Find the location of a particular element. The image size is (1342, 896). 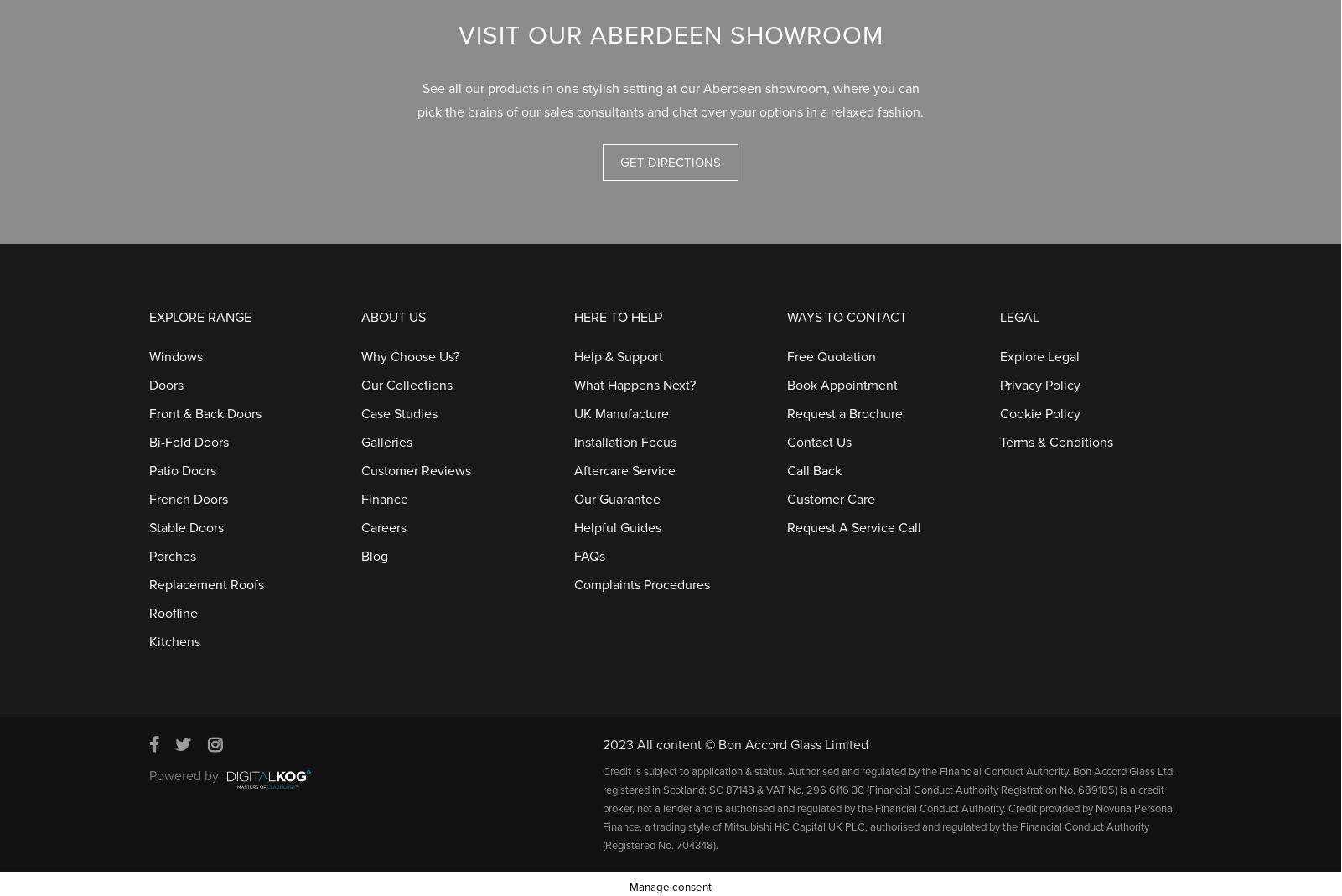

'Case Studies' is located at coordinates (398, 406).